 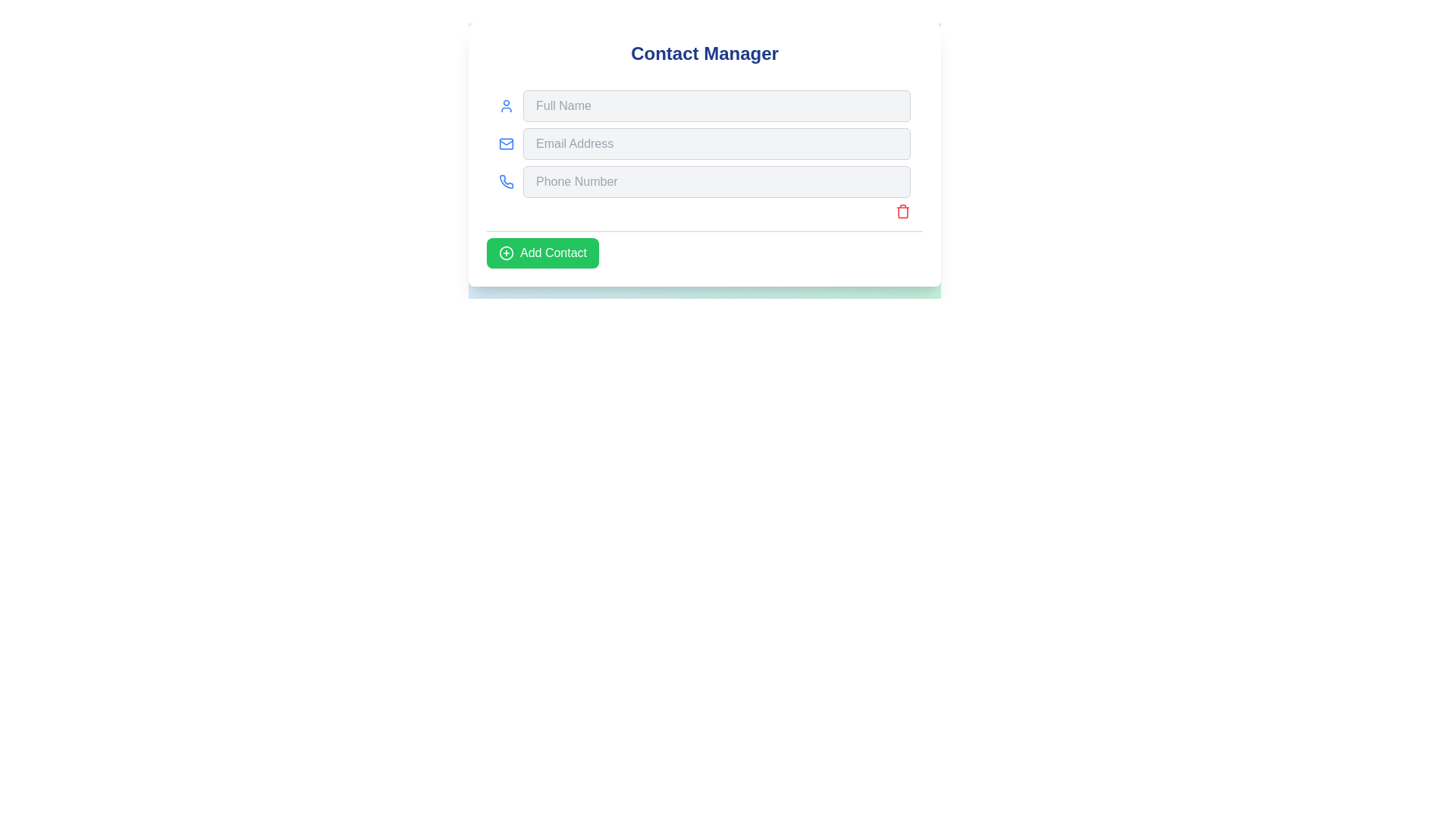 I want to click on the circular icon with a plus sign located at the center of the green 'Add Contact' button, so click(x=506, y=253).